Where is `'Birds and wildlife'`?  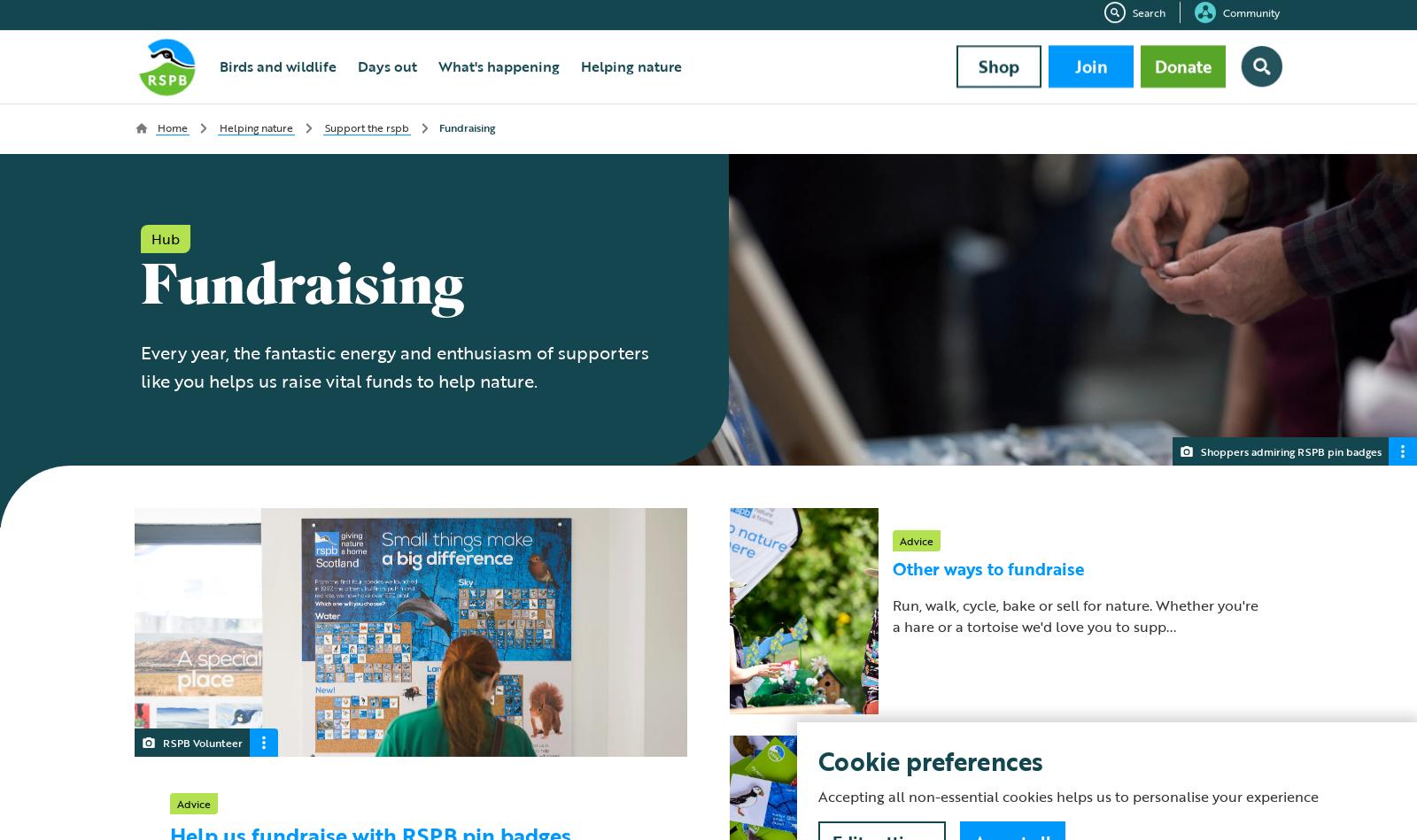 'Birds and wildlife' is located at coordinates (277, 73).